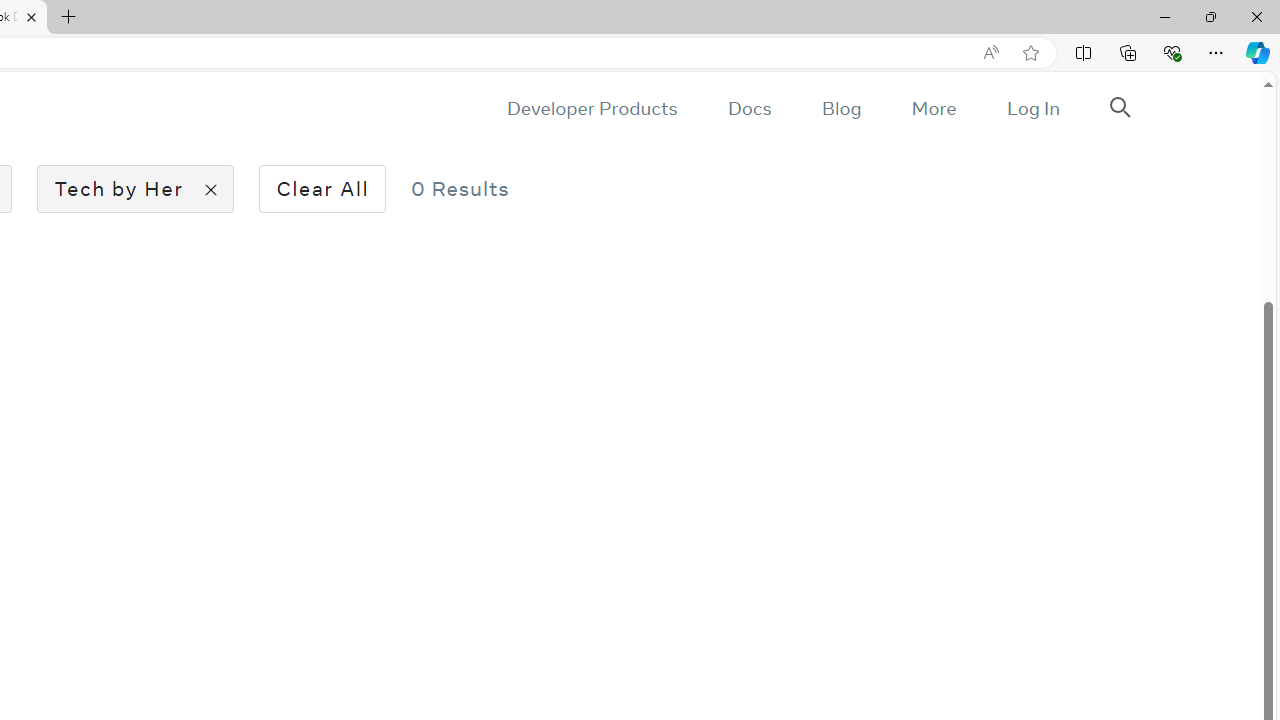  What do you see at coordinates (591, 108) in the screenshot?
I see `'Developer Products'` at bounding box center [591, 108].